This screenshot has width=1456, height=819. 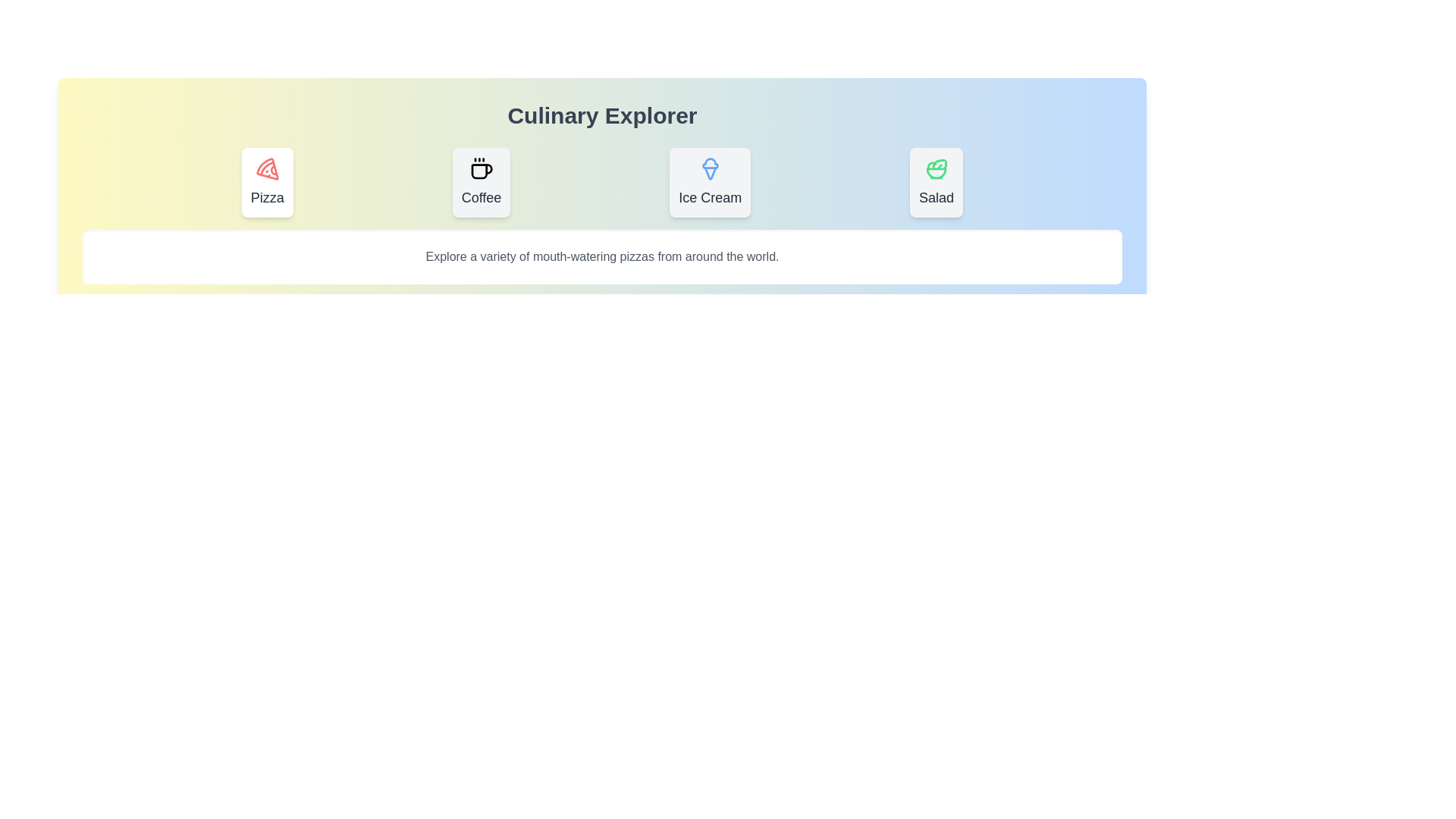 What do you see at coordinates (709, 181) in the screenshot?
I see `the 'Ice Cream' tab to display its content` at bounding box center [709, 181].